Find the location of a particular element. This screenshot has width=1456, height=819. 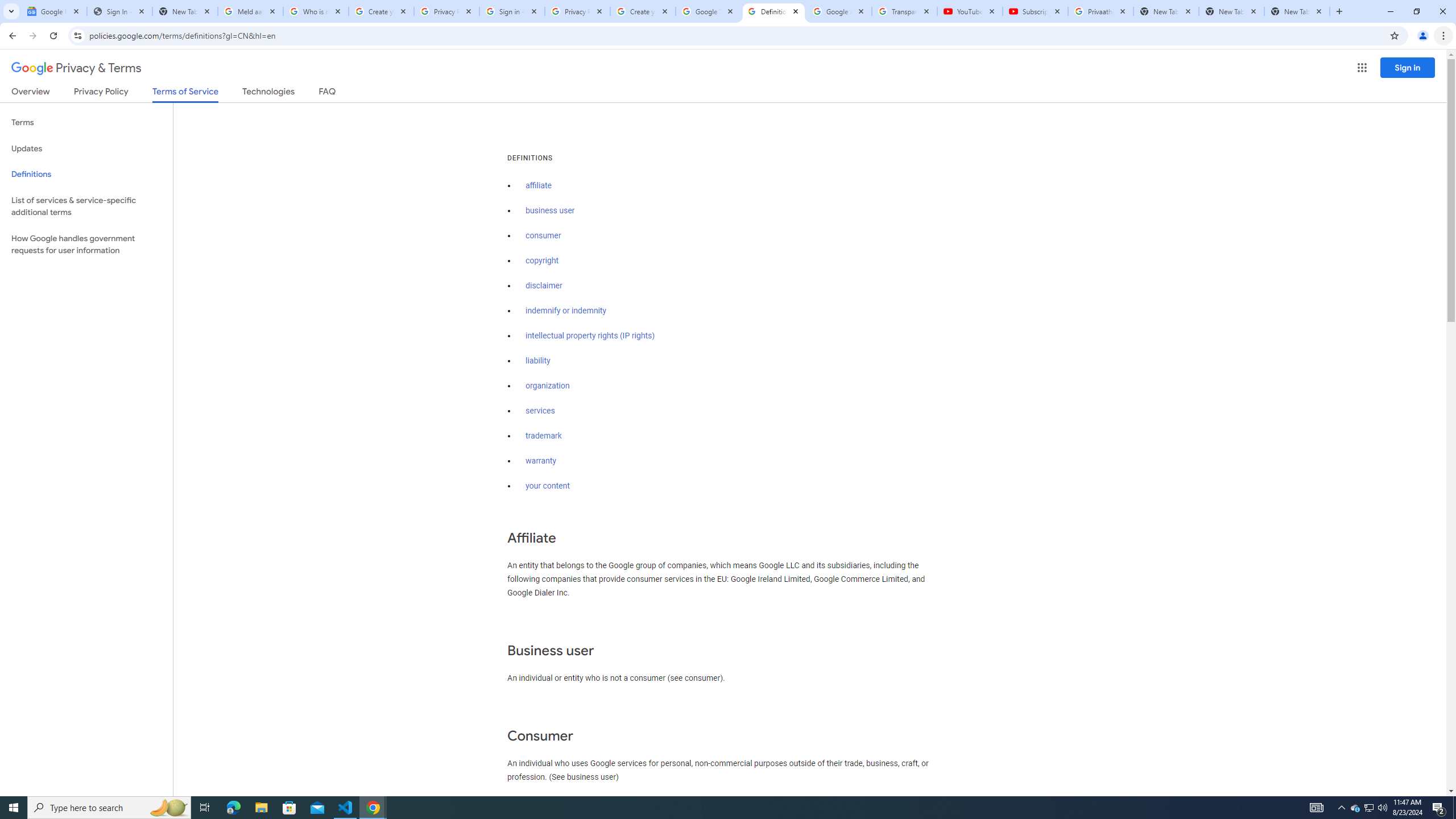

'disclaimer' is located at coordinates (543, 286).